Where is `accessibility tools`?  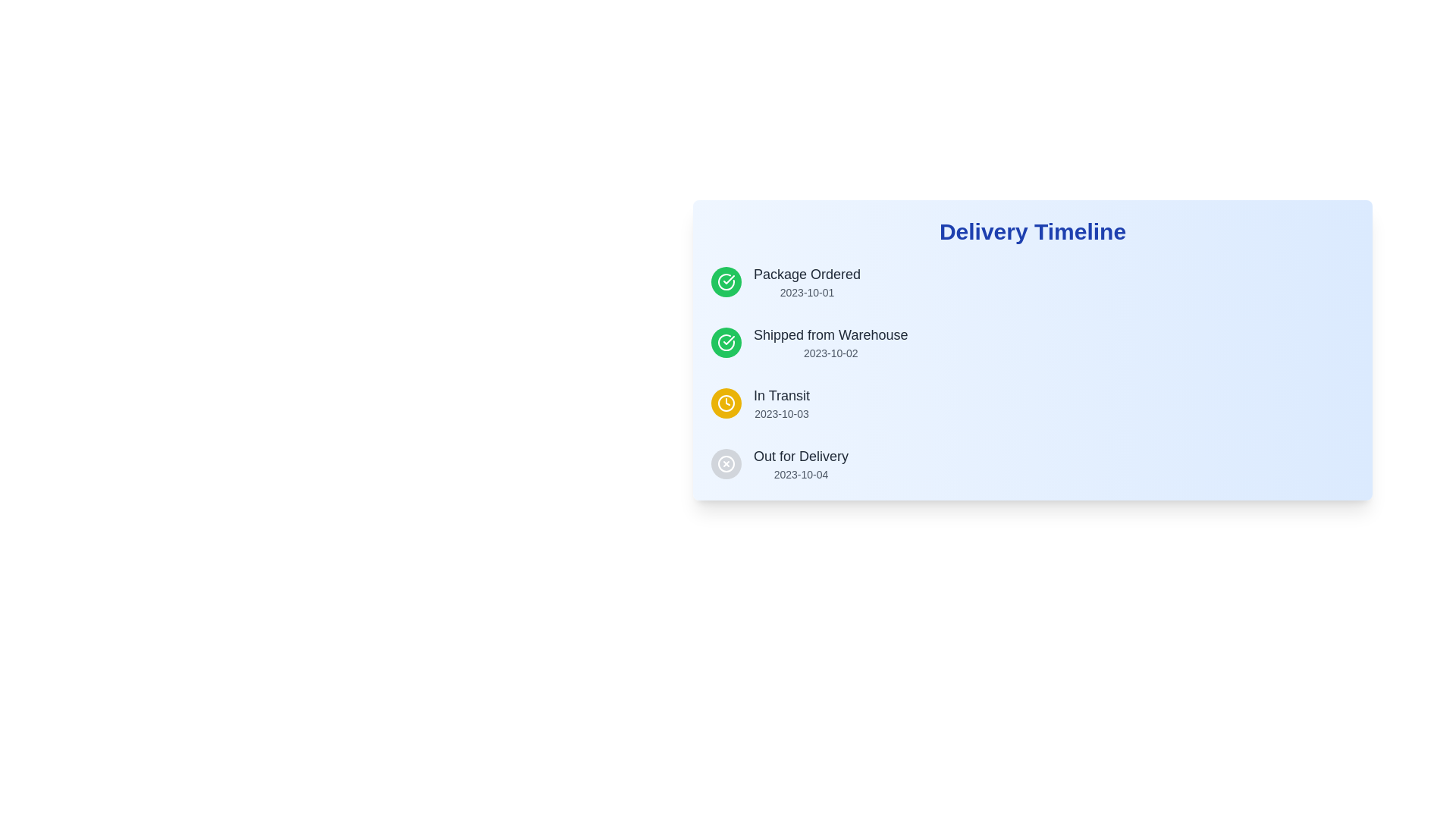 accessibility tools is located at coordinates (1032, 231).